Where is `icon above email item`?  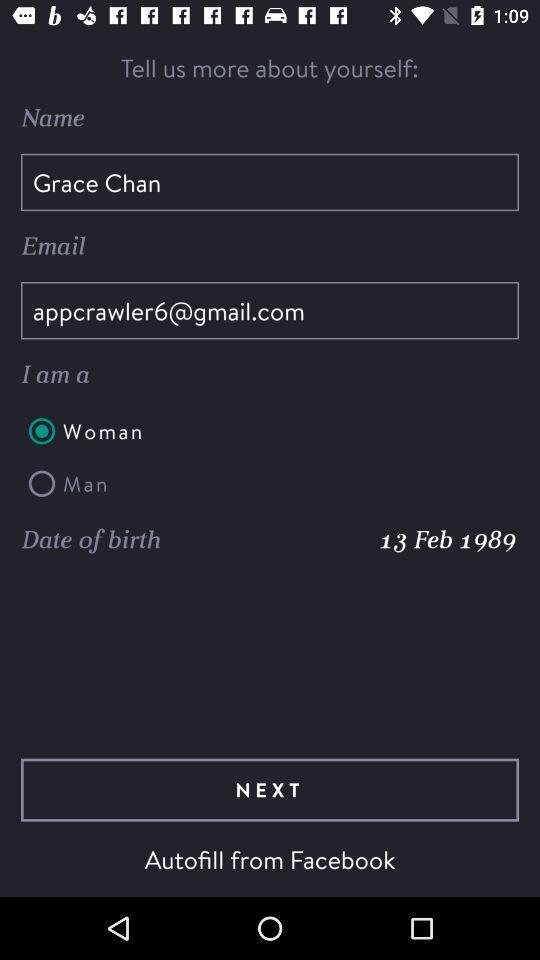
icon above email item is located at coordinates (270, 182).